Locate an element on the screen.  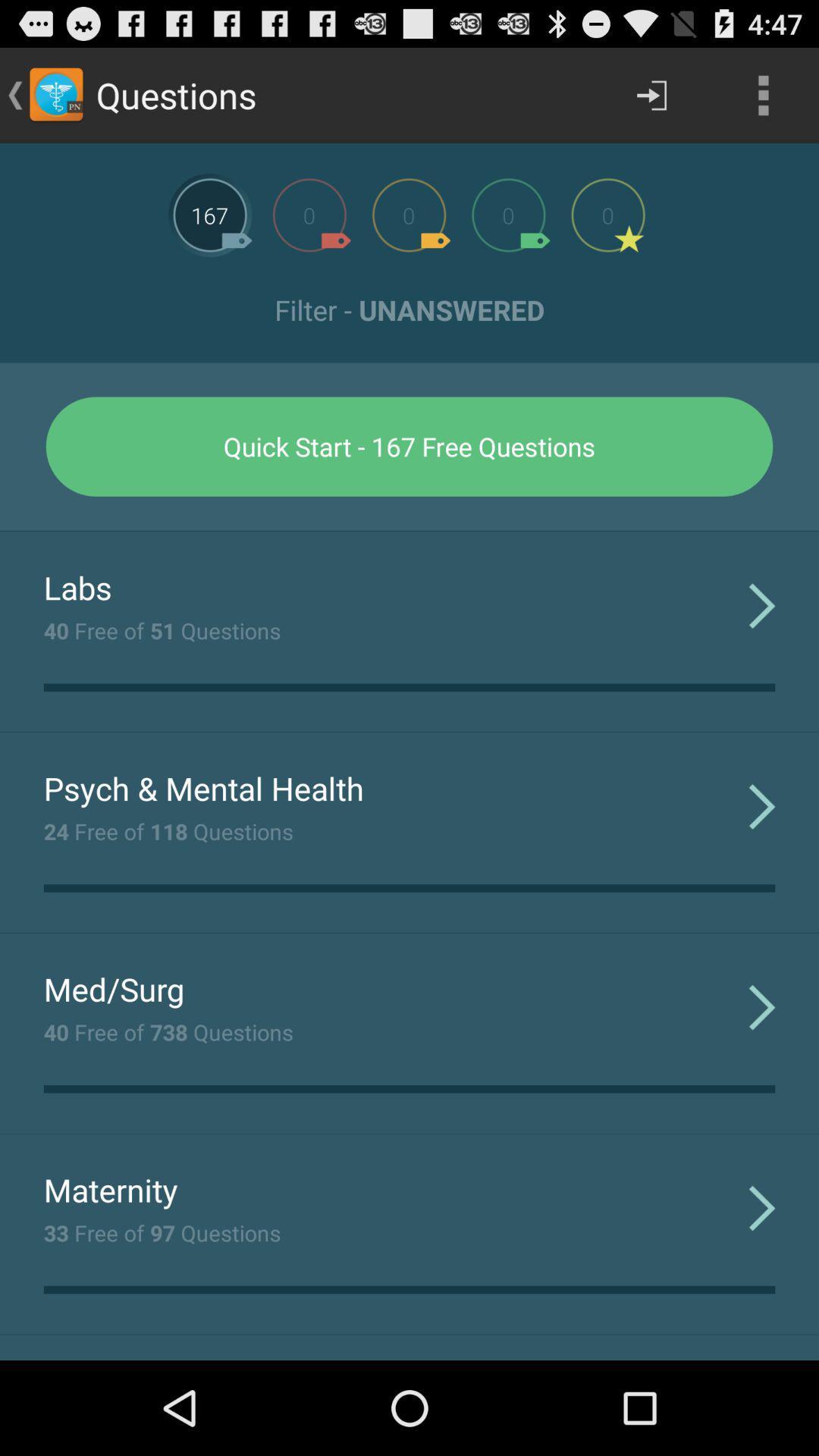
fourth list of questions is located at coordinates (508, 214).